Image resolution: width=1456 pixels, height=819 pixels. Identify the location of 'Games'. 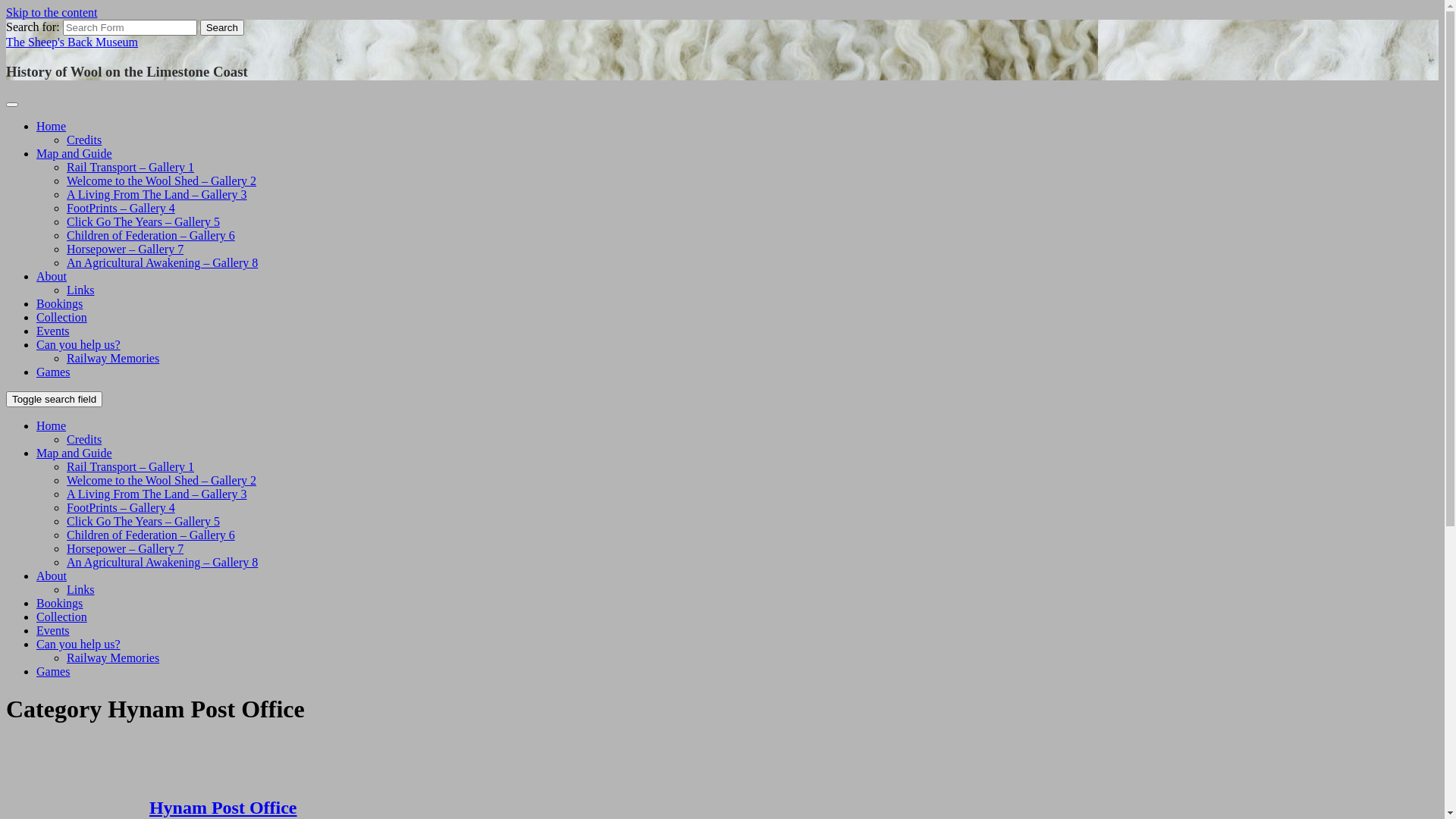
(53, 372).